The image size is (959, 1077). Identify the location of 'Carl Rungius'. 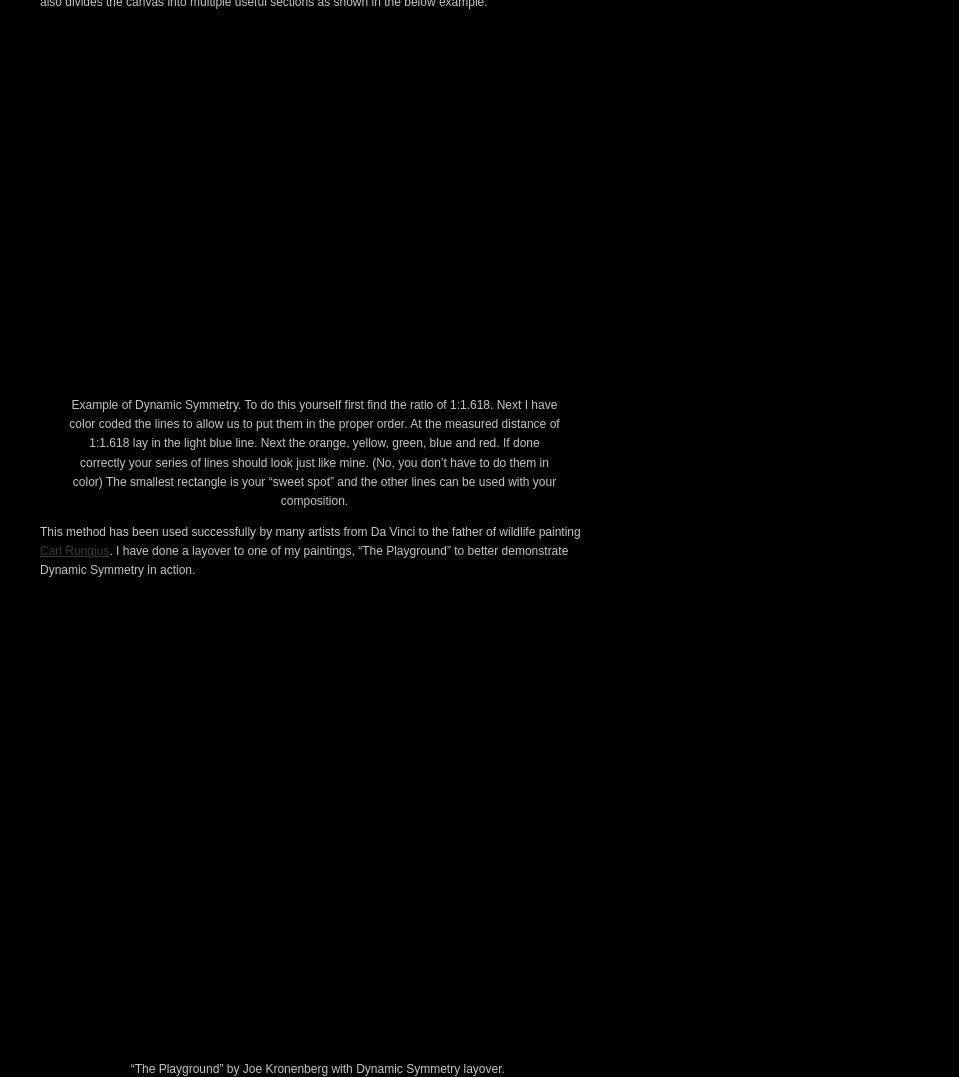
(74, 898).